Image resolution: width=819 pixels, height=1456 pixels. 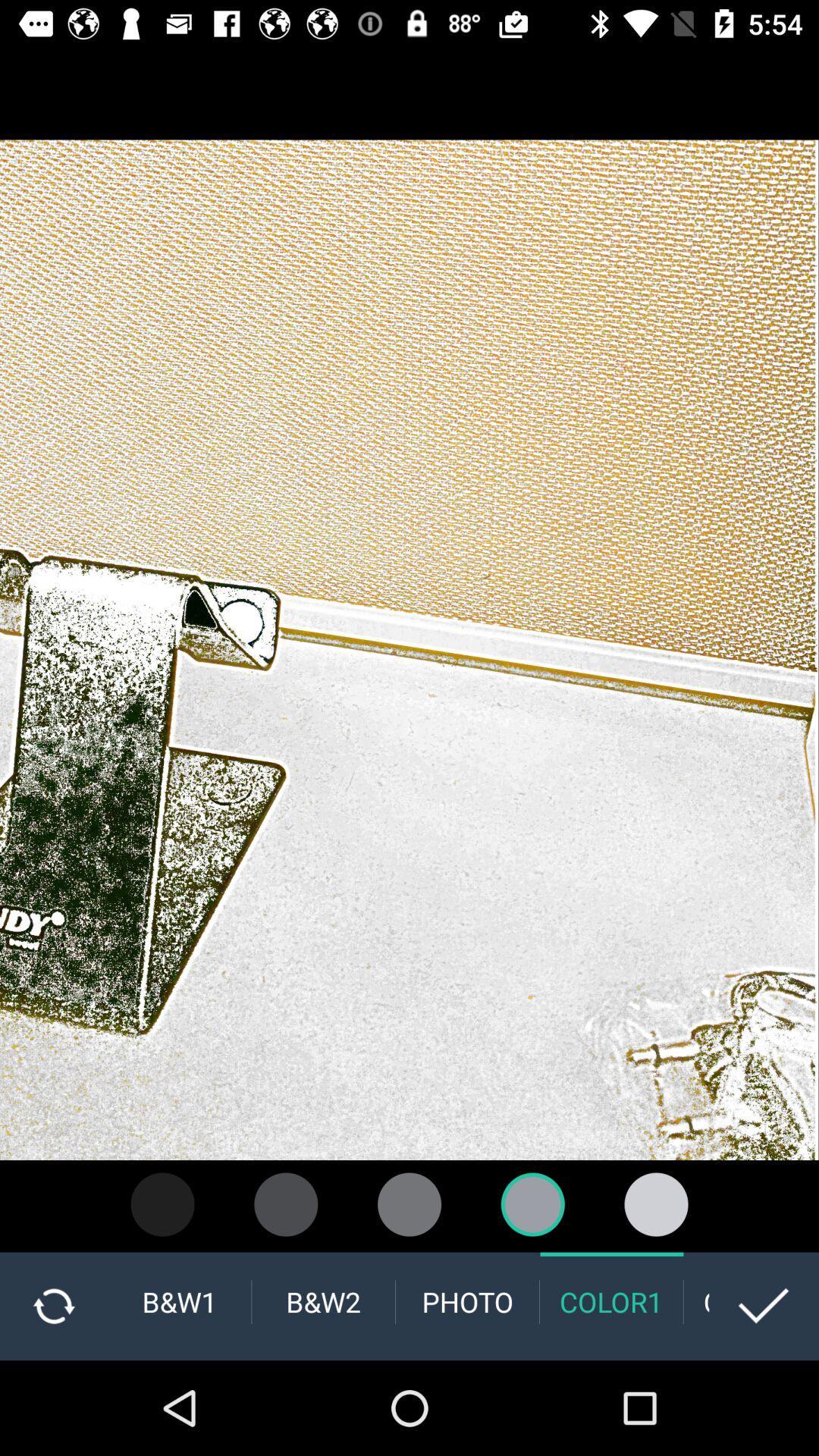 I want to click on the avatar icon, so click(x=655, y=1203).